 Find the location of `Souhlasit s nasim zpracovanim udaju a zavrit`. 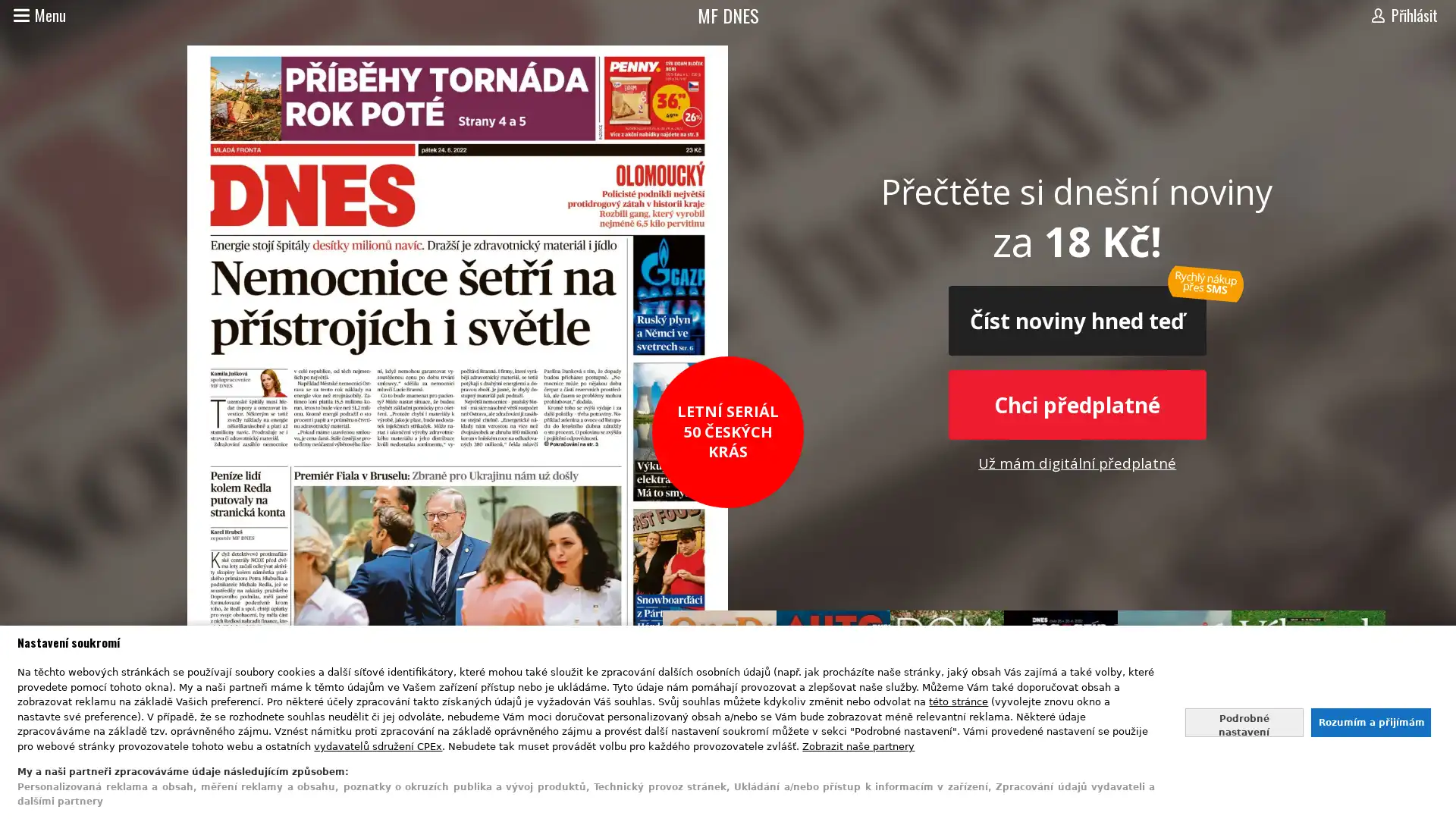

Souhlasit s nasim zpracovanim udaju a zavrit is located at coordinates (1370, 721).